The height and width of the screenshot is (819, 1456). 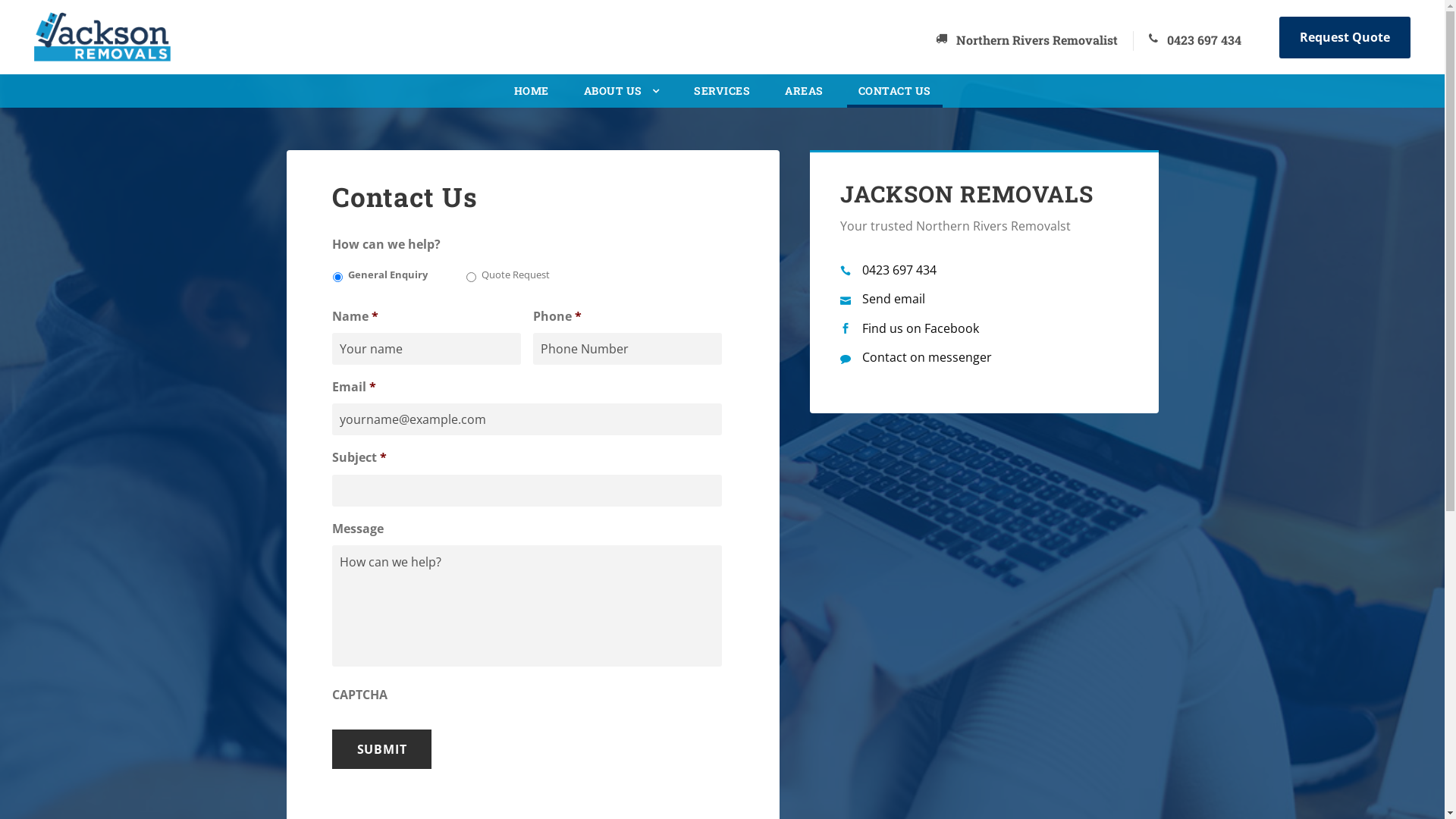 I want to click on 'AREAS', so click(x=785, y=94).